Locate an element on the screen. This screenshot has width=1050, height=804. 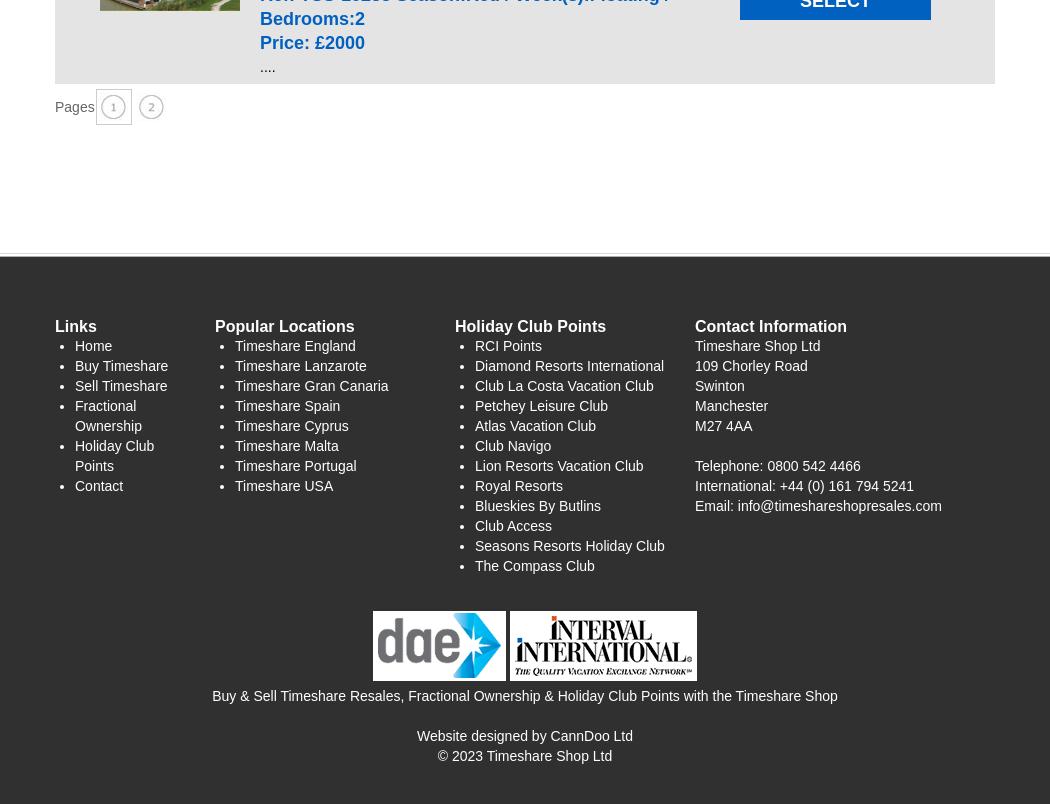
'109 Chorley Road' is located at coordinates (694, 364).